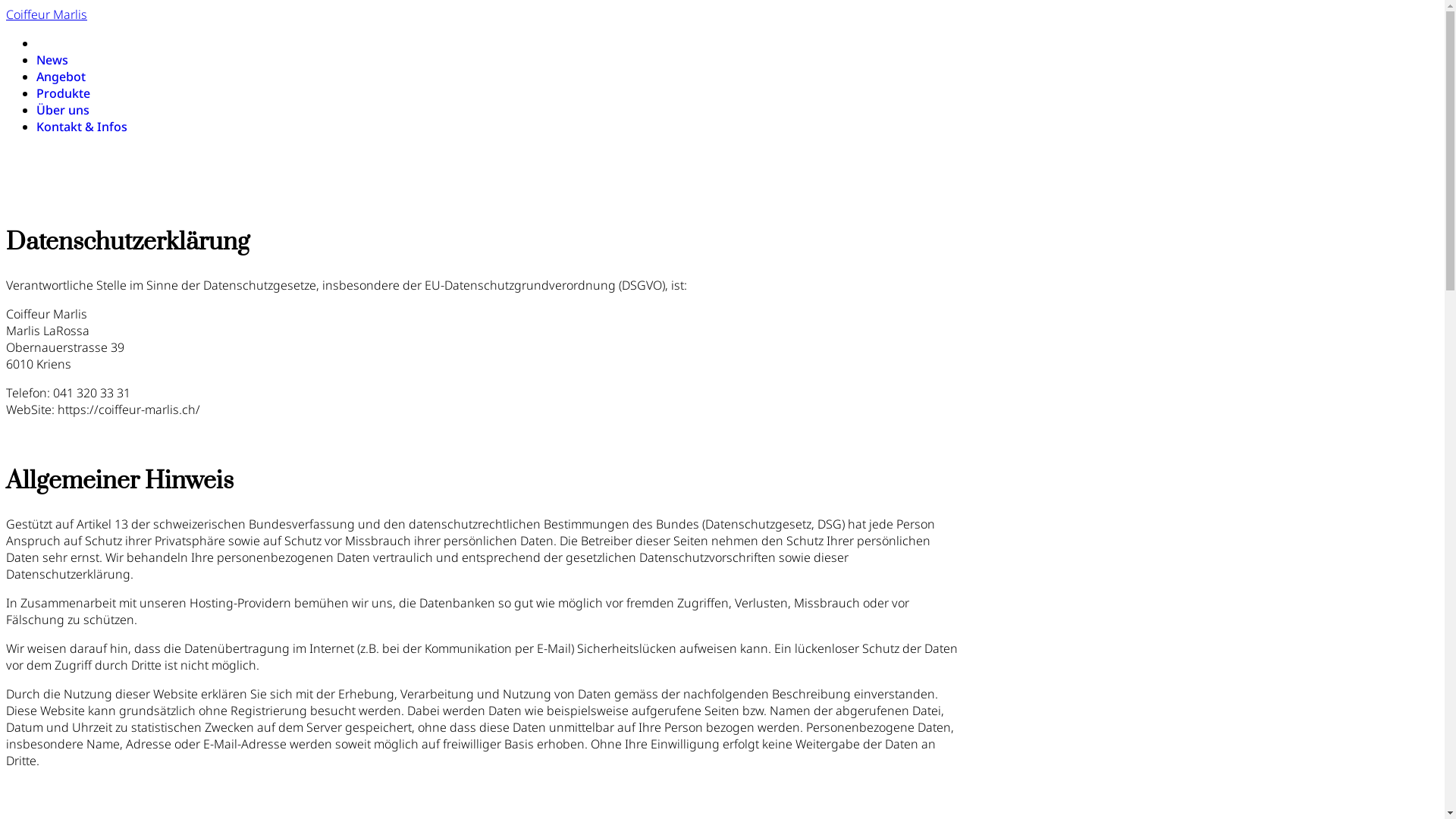  What do you see at coordinates (52, 58) in the screenshot?
I see `'News'` at bounding box center [52, 58].